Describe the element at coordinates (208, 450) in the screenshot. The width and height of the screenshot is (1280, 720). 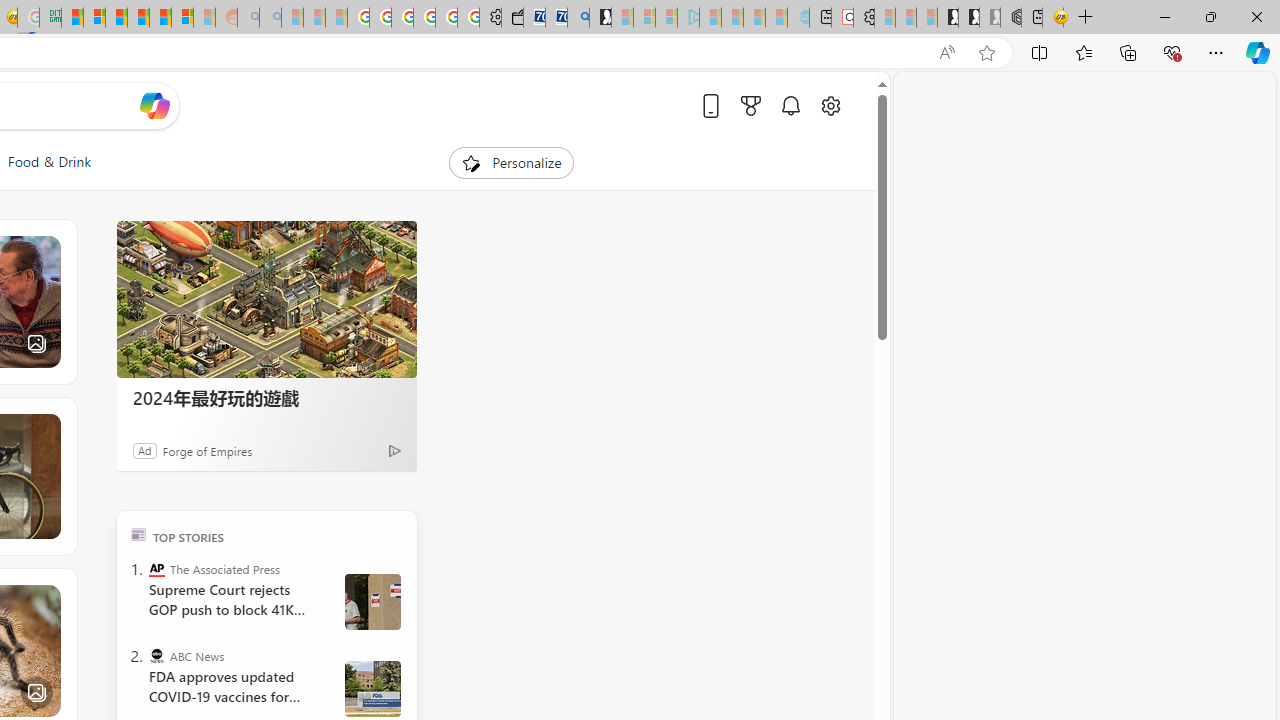
I see `'Forge of Empires'` at that location.